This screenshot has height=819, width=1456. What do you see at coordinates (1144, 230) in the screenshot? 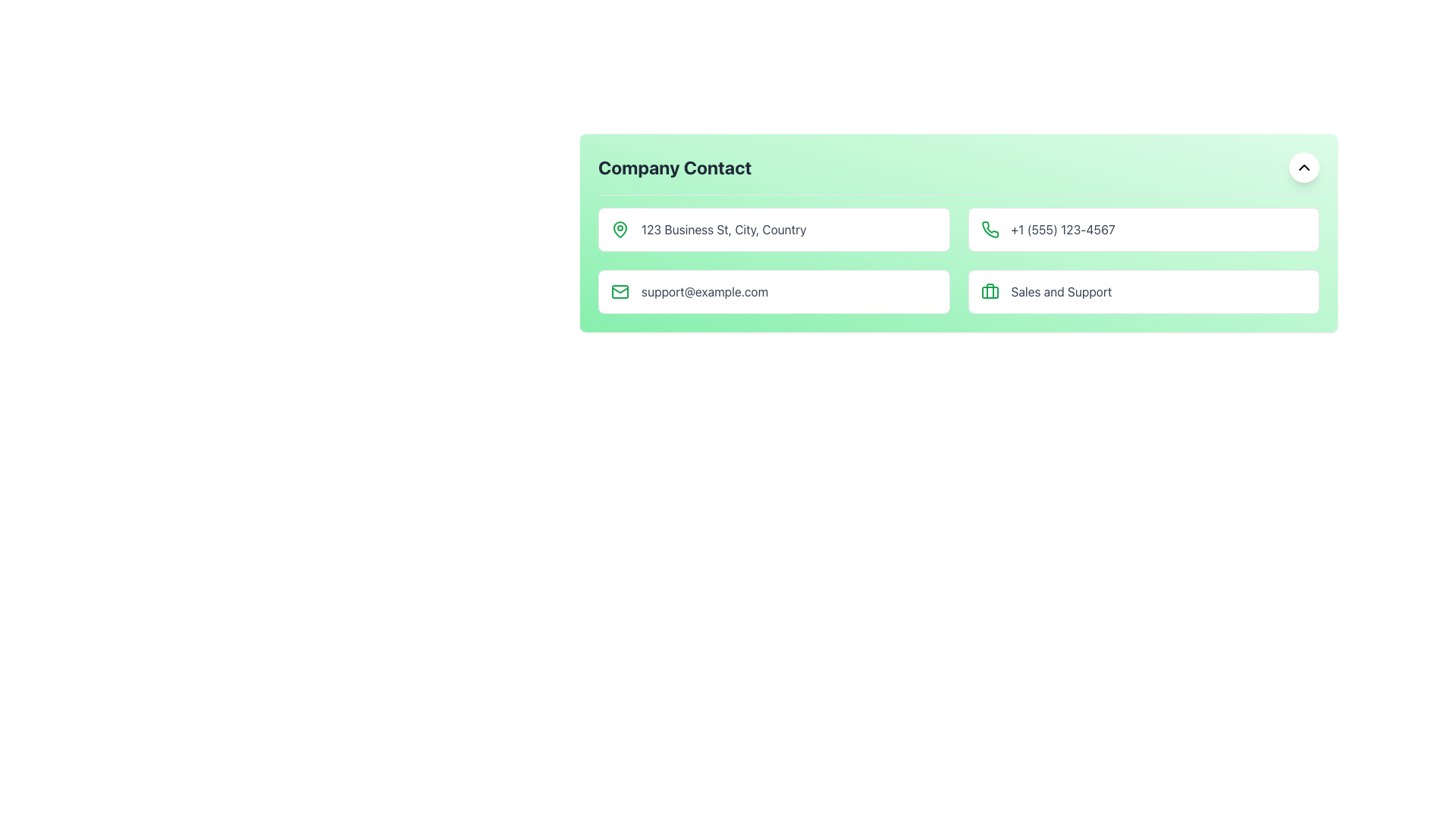
I see `the contact information card located in the top-right section of the grid layout` at bounding box center [1144, 230].